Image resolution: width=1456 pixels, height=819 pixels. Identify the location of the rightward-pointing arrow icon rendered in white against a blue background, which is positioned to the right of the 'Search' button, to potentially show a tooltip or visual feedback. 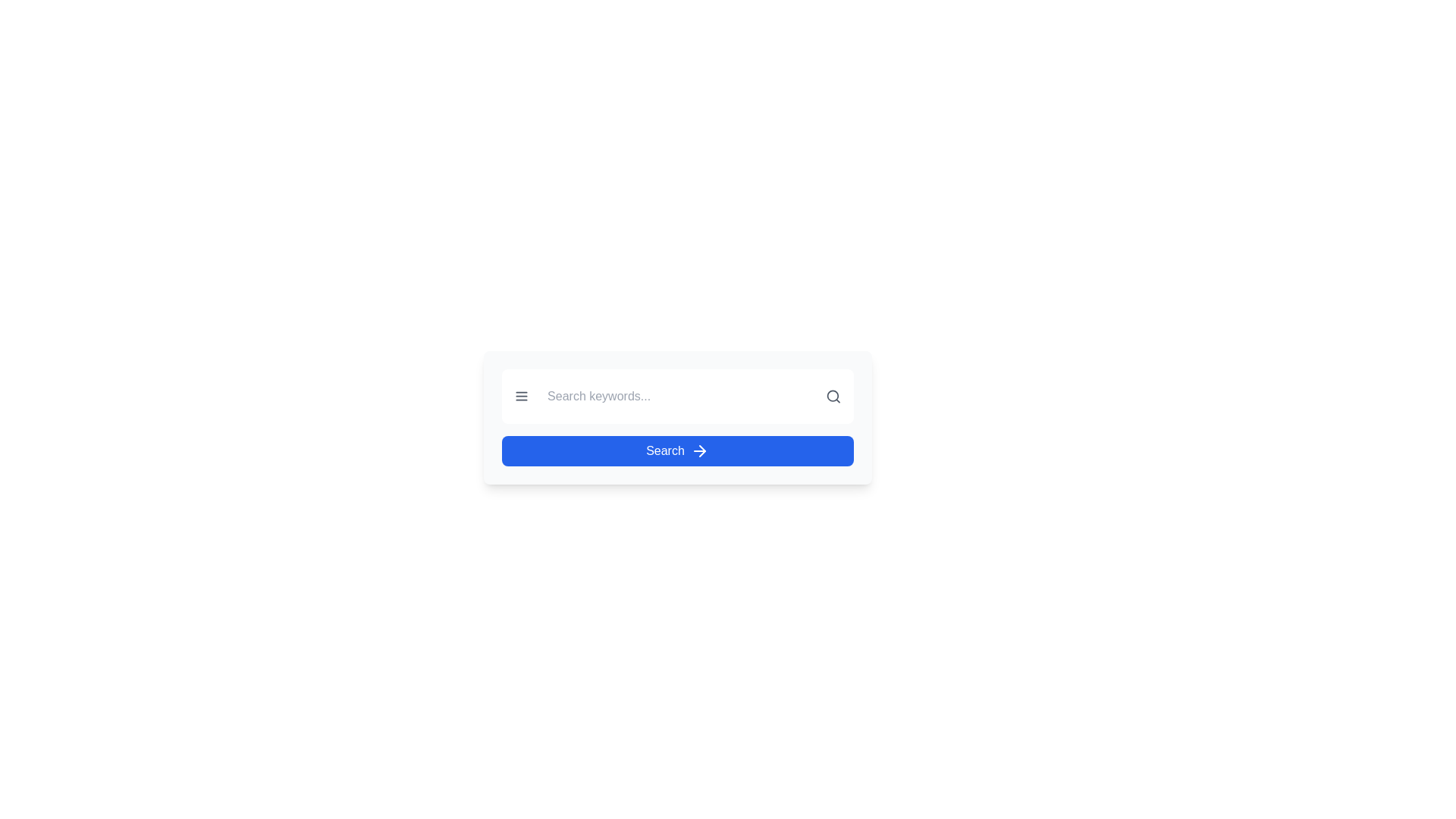
(698, 450).